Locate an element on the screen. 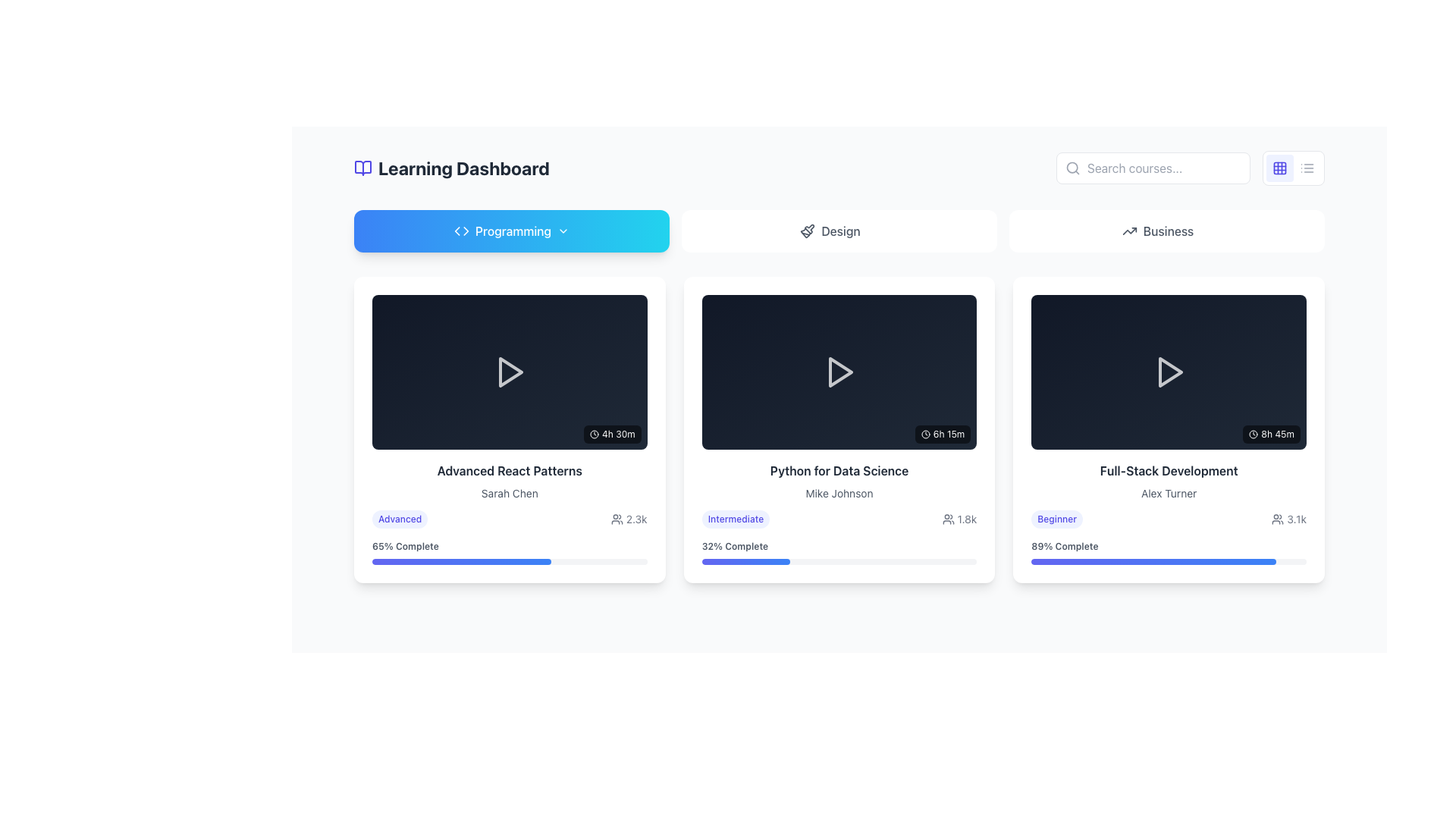 The height and width of the screenshot is (819, 1456). the second button in the navigation row, which directs to the design section, to change its appearance is located at coordinates (839, 231).